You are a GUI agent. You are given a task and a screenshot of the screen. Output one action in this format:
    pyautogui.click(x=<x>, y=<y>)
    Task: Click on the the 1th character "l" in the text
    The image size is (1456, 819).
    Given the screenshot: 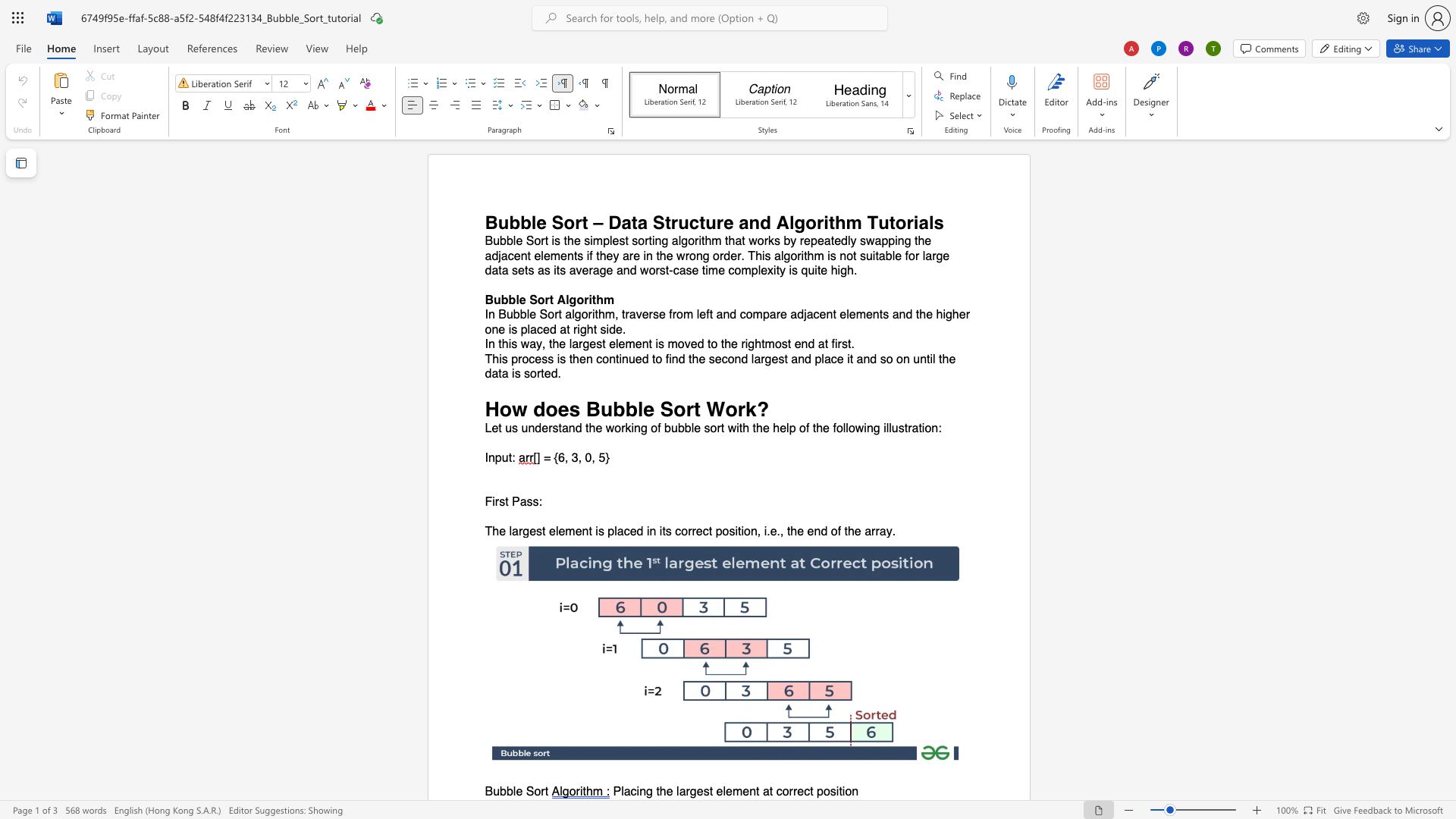 What is the action you would take?
    pyautogui.click(x=514, y=791)
    